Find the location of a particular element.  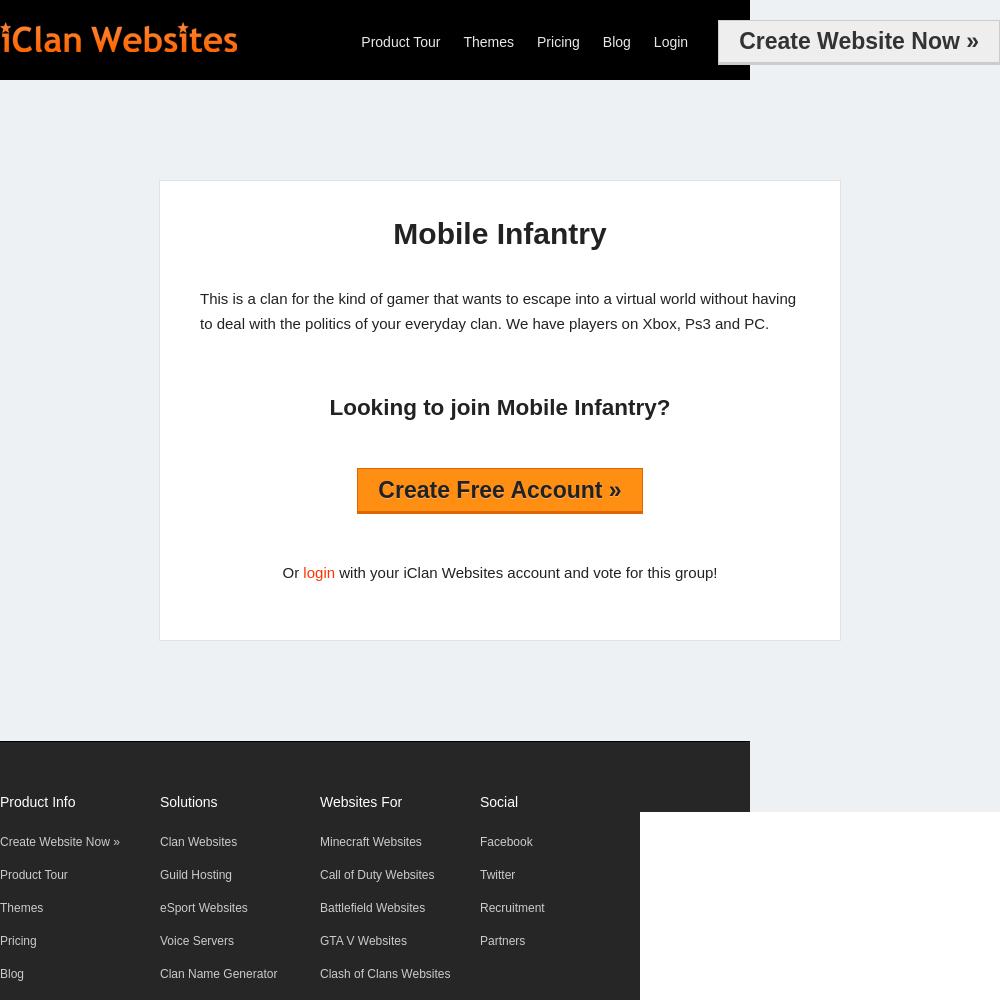

'Facebook' is located at coordinates (506, 841).